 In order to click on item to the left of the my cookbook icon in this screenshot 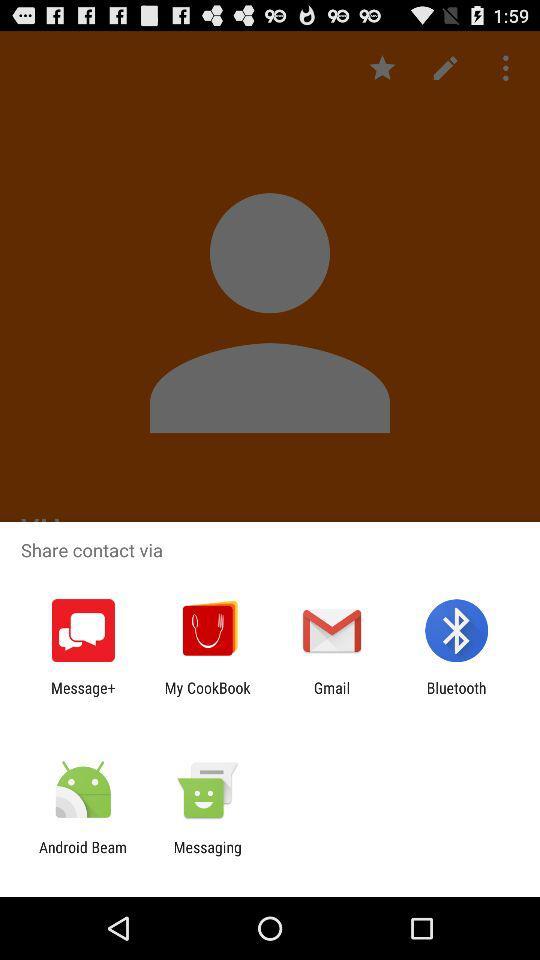, I will do `click(82, 696)`.